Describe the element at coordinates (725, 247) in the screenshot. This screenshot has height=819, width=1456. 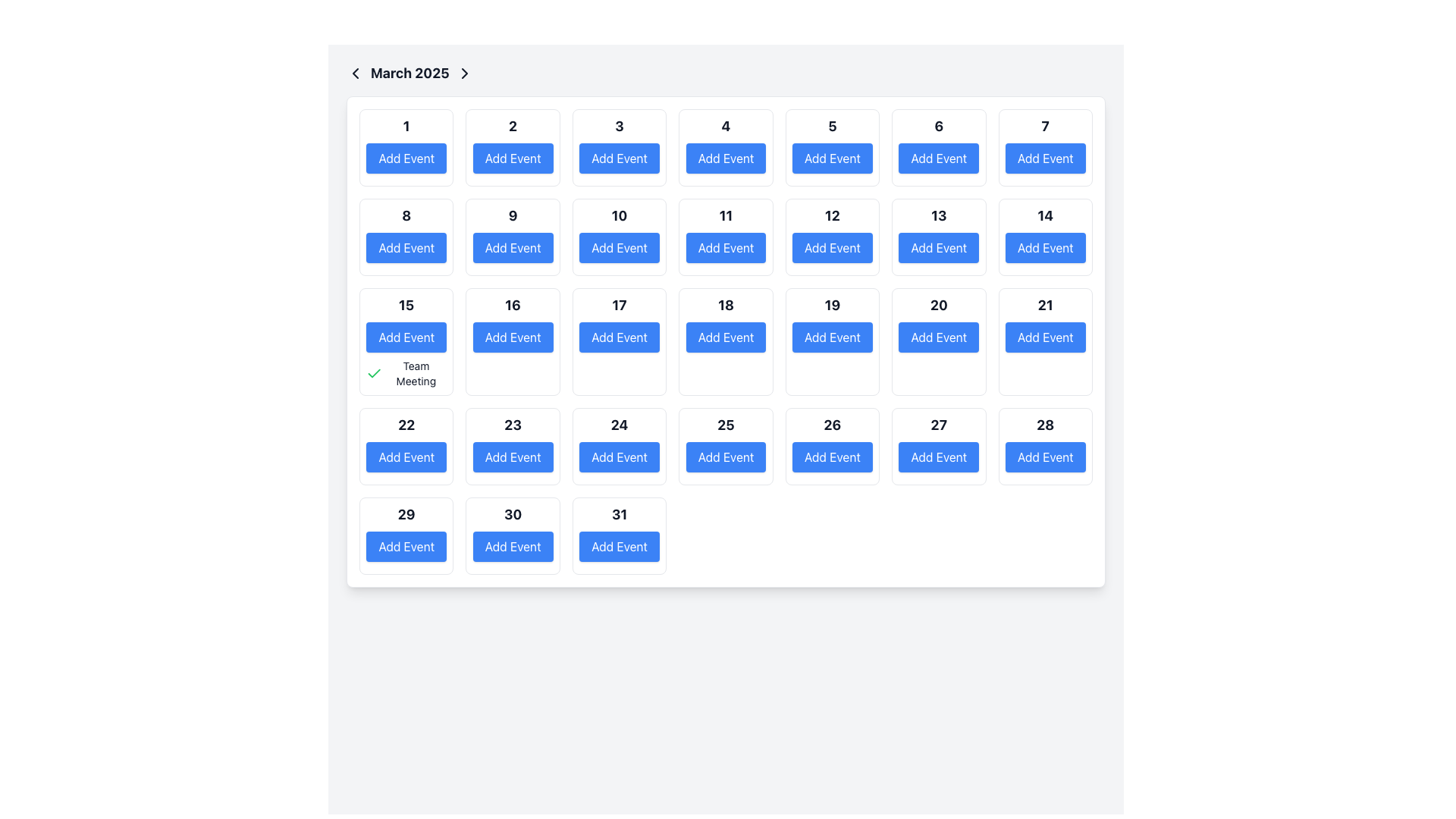
I see `the 'Add Event' button, a blue rectangular button with rounded corners, located in the calendar grid cell labeled '11'` at that location.